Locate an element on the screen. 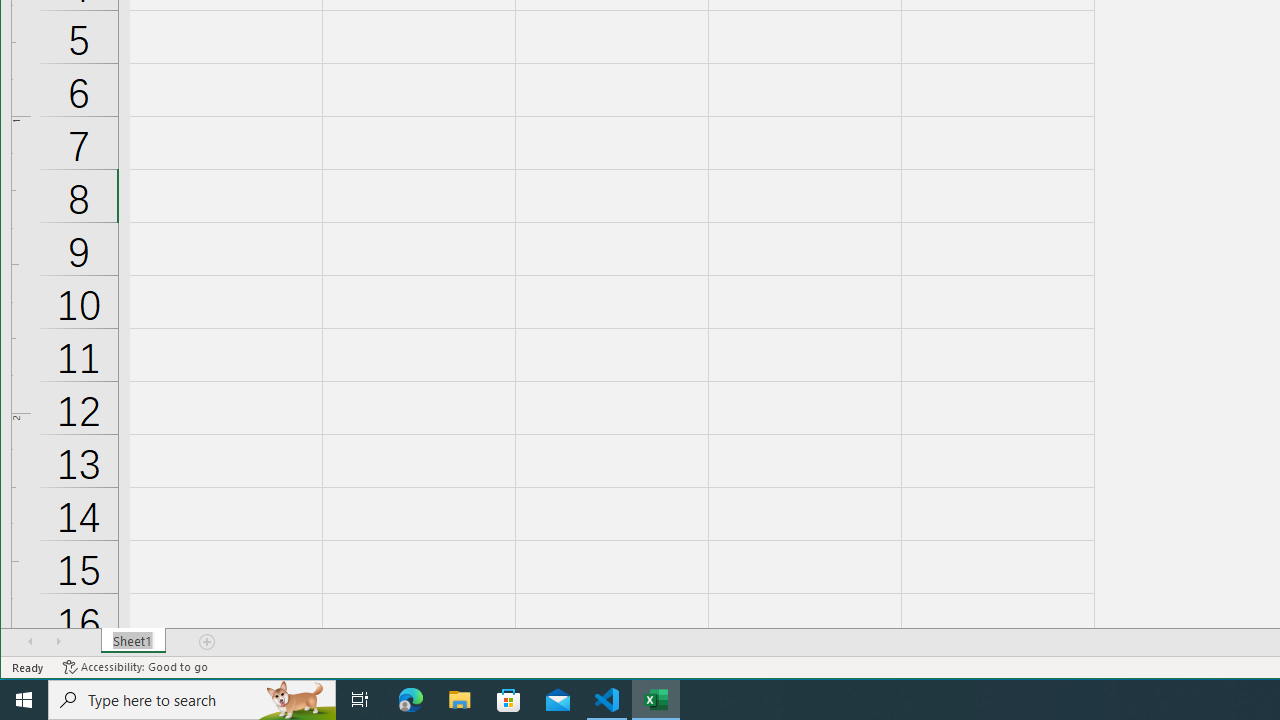 The image size is (1280, 720). 'Sheet Tab' is located at coordinates (132, 641).